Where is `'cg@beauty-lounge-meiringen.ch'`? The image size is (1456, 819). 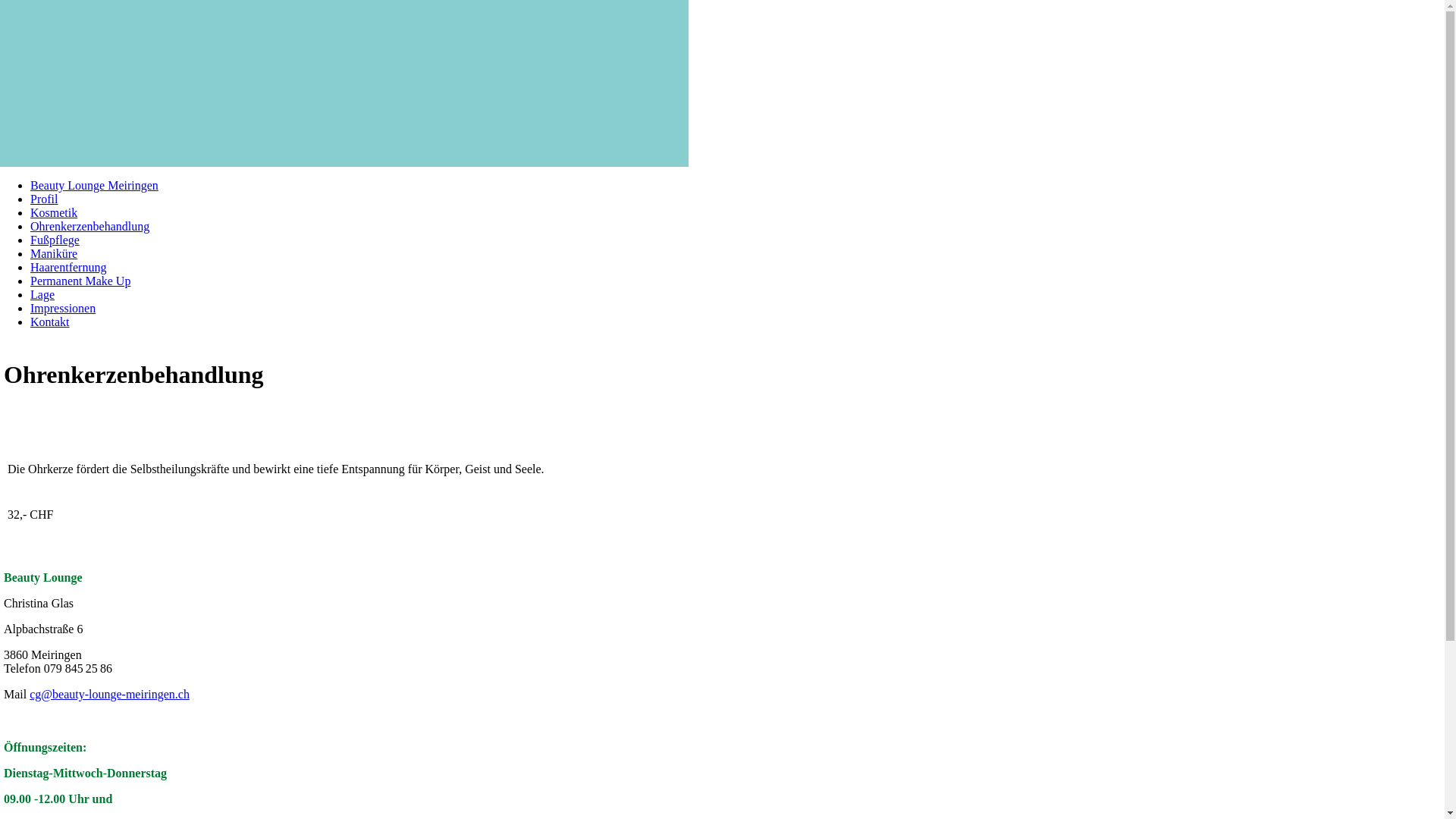 'cg@beauty-lounge-meiringen.ch' is located at coordinates (108, 694).